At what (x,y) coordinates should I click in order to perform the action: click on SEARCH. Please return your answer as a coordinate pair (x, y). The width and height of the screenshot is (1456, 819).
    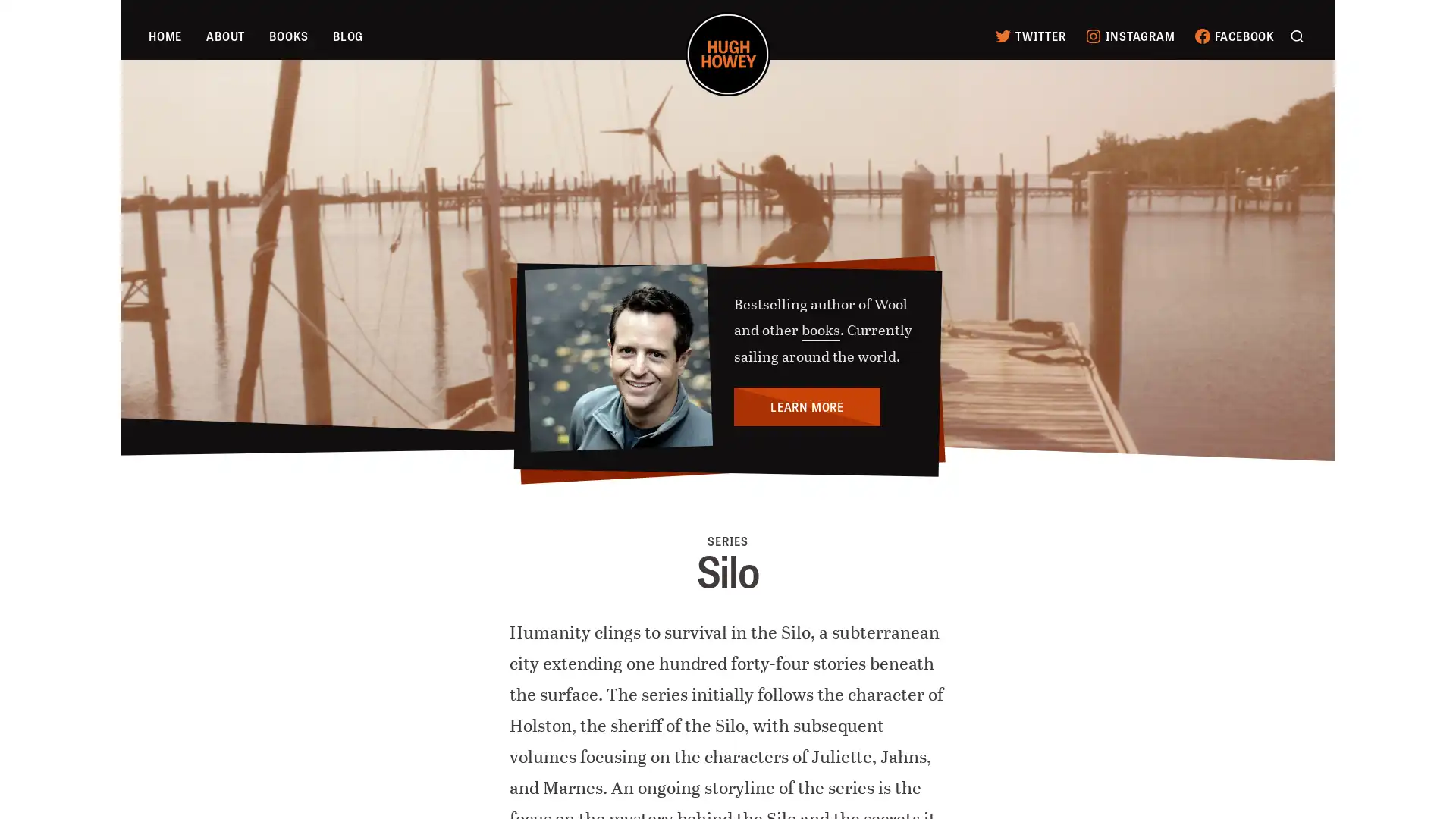
    Looking at the image, I should click on (1294, 34).